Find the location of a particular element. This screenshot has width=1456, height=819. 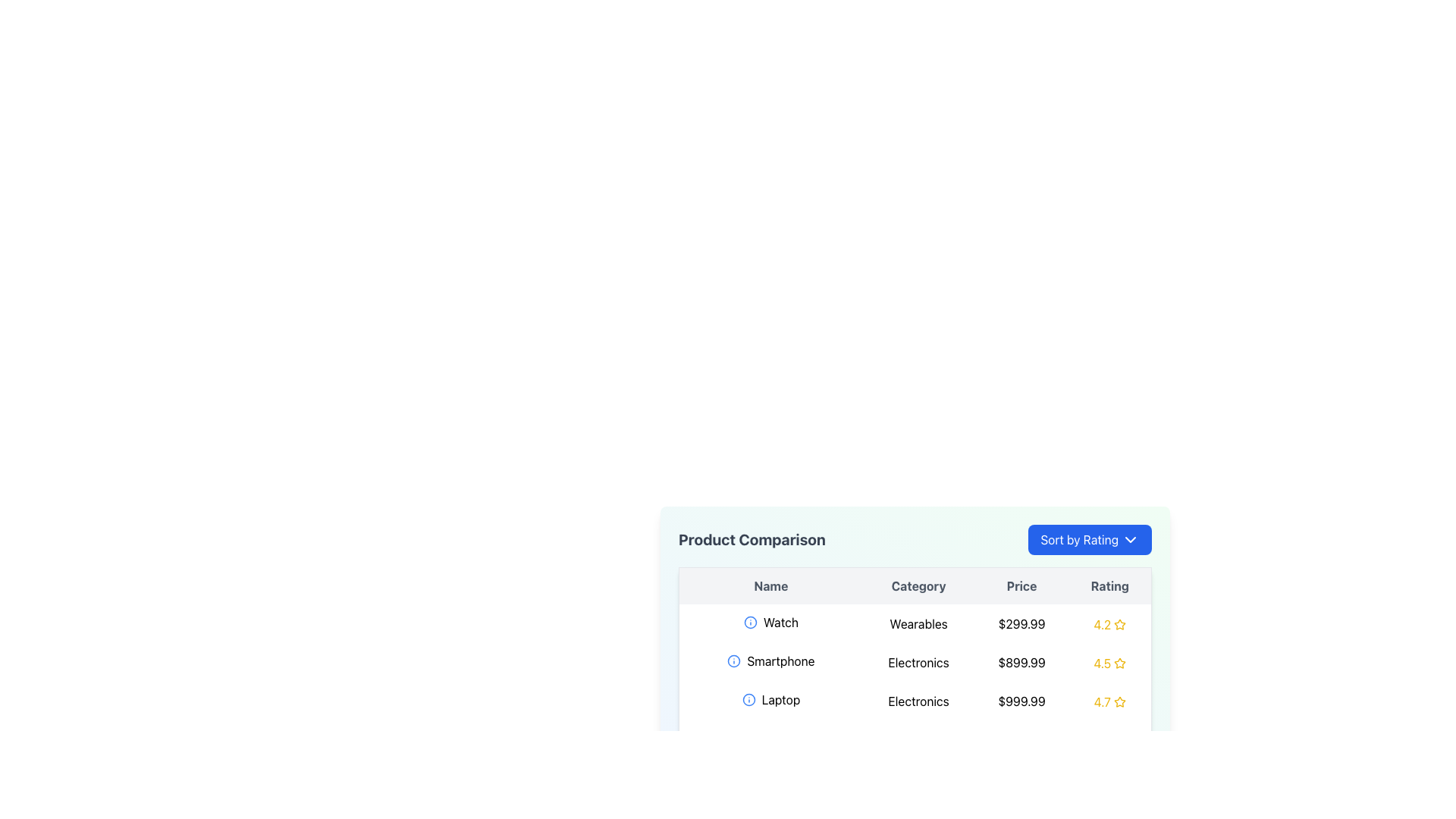

the text label displaying 'Laptop' is located at coordinates (770, 699).